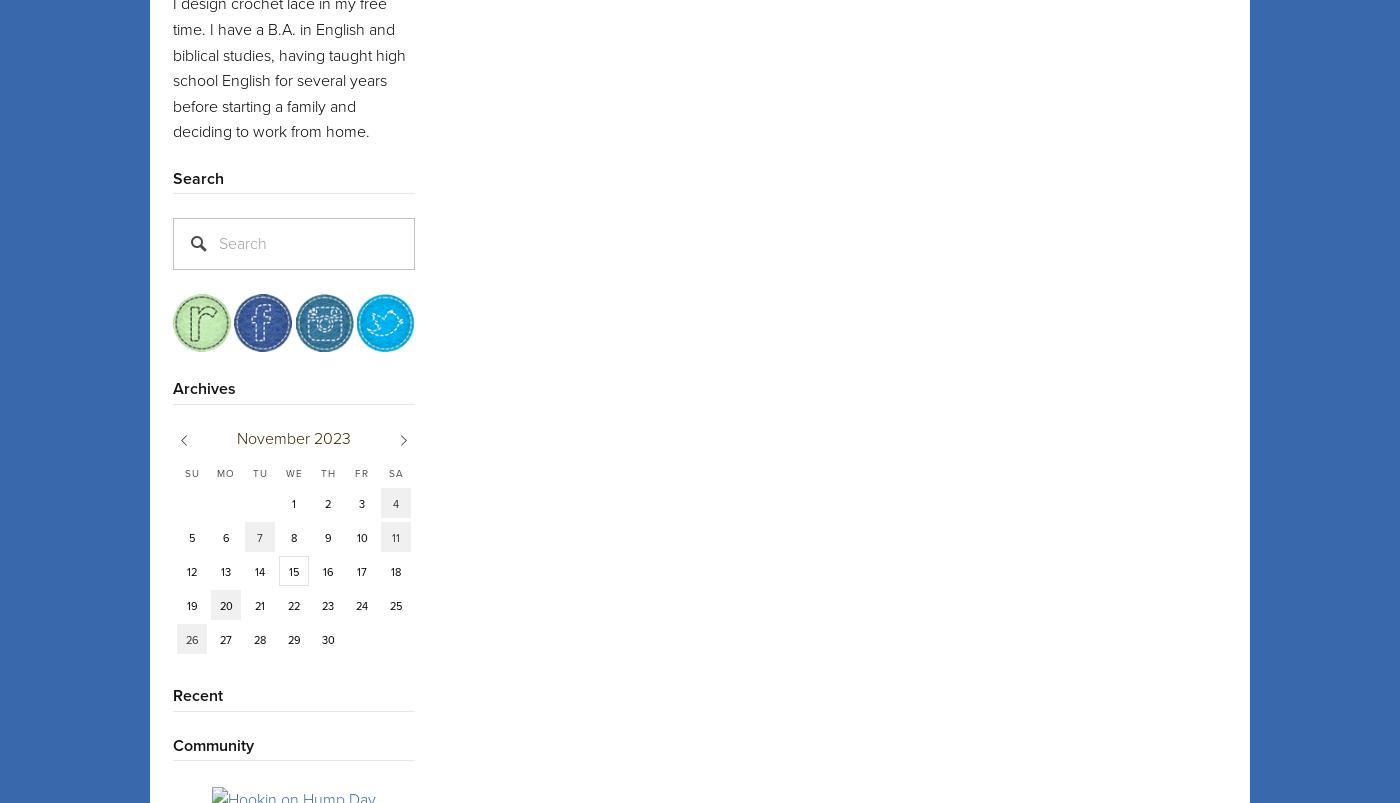  I want to click on '24', so click(362, 605).